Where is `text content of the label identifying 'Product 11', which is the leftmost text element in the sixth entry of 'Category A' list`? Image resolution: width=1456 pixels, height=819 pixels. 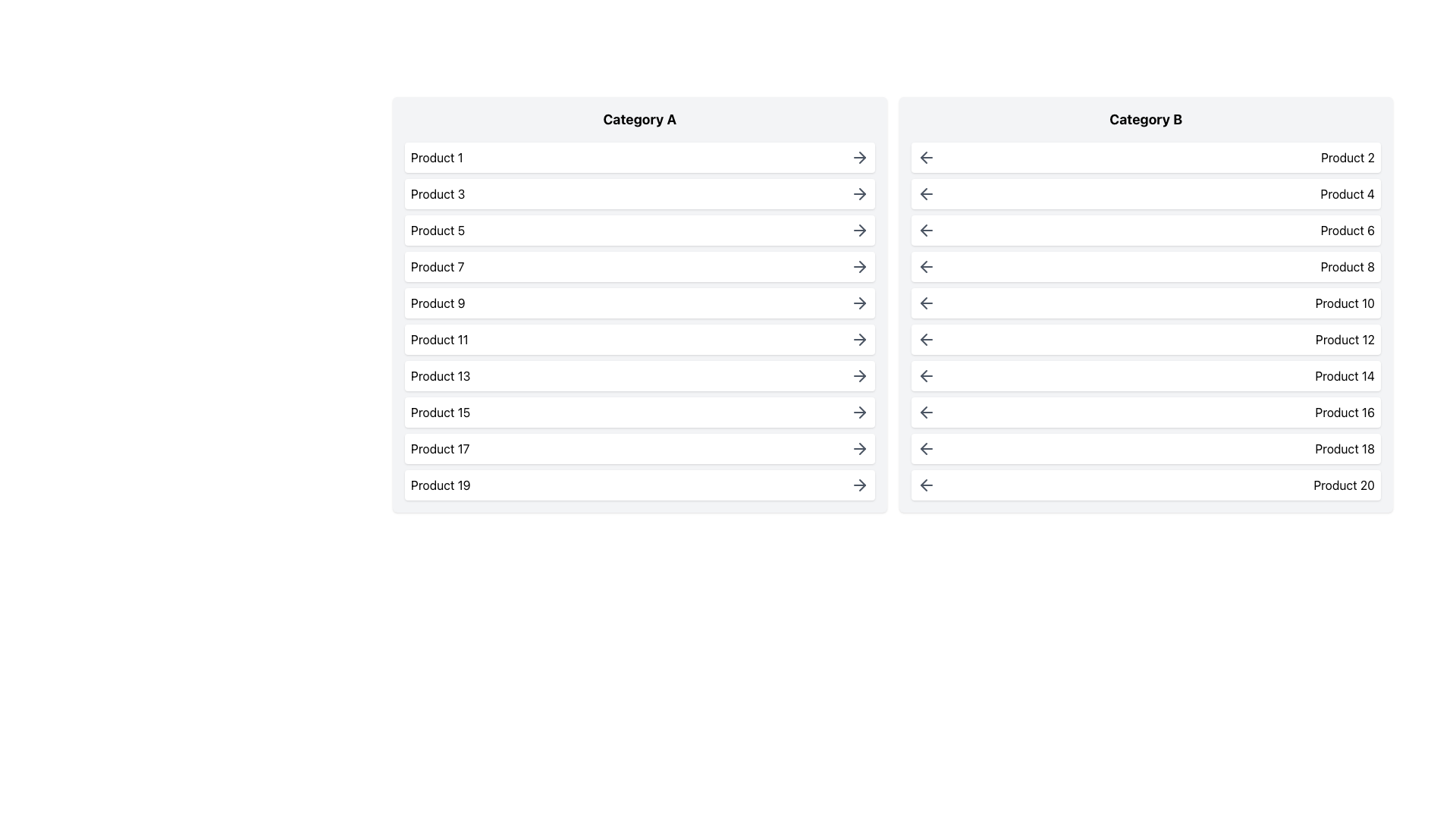 text content of the label identifying 'Product 11', which is the leftmost text element in the sixth entry of 'Category A' list is located at coordinates (438, 338).